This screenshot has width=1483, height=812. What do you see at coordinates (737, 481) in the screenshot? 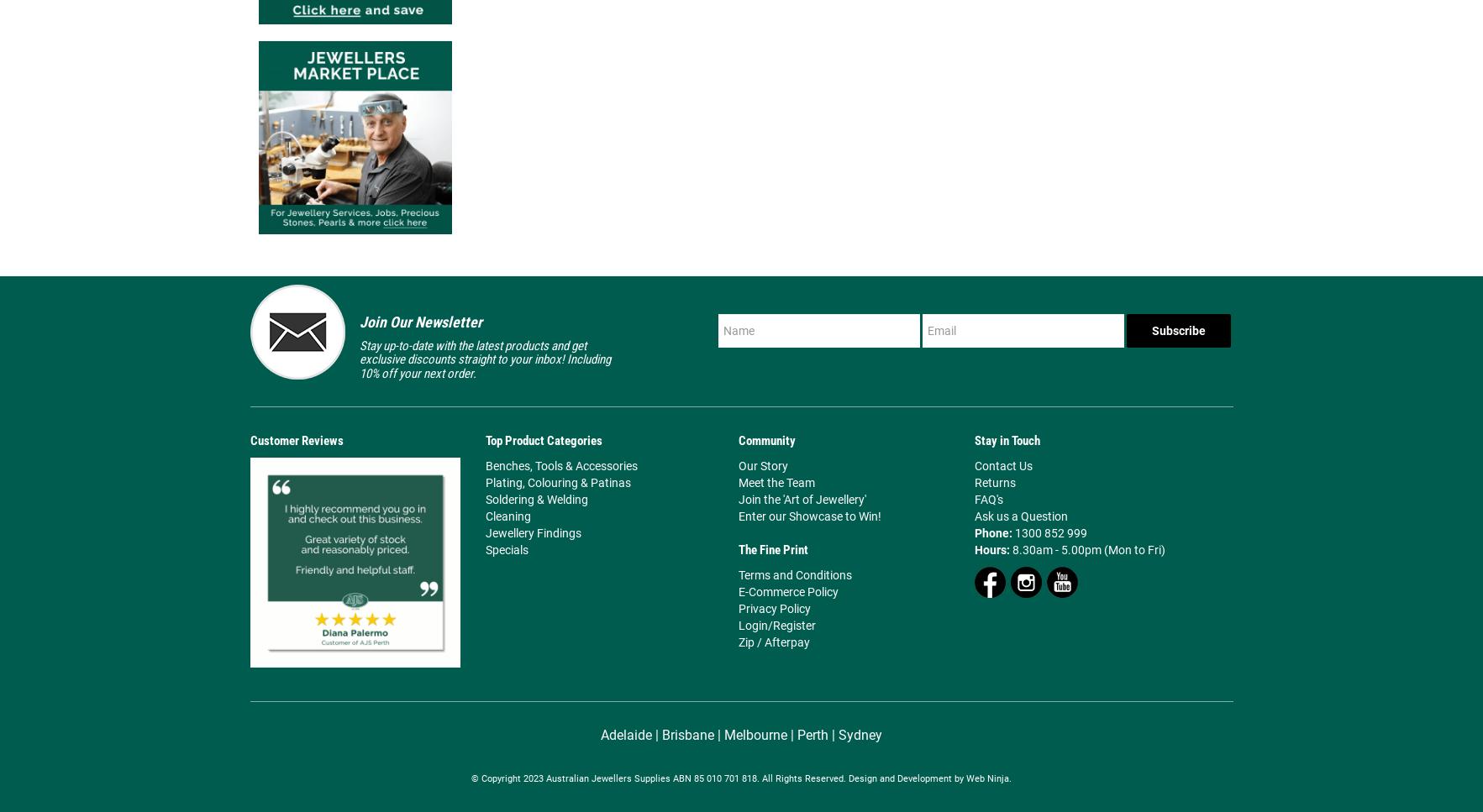
I see `'Meet the Team'` at bounding box center [737, 481].